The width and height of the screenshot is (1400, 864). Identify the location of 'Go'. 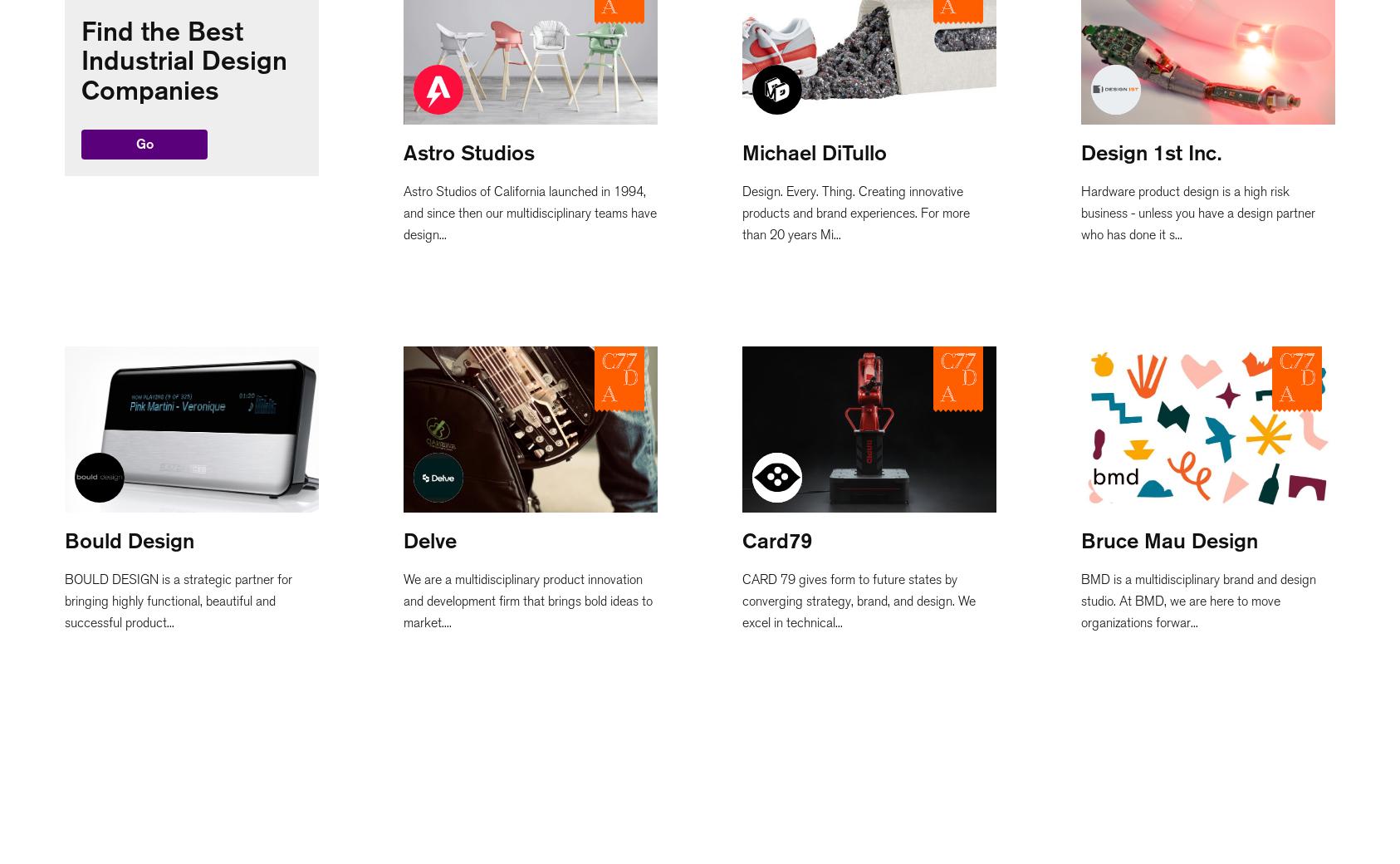
(144, 143).